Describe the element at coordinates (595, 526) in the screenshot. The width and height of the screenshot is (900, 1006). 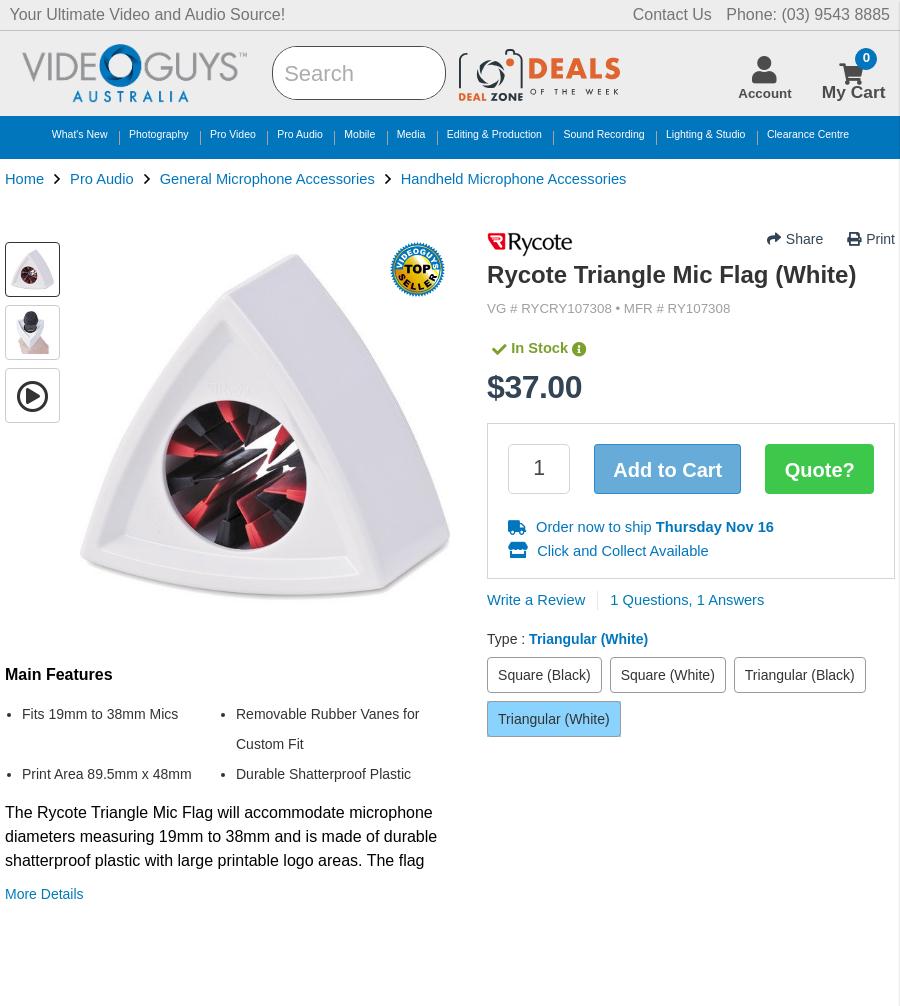
I see `'Order now to ship'` at that location.